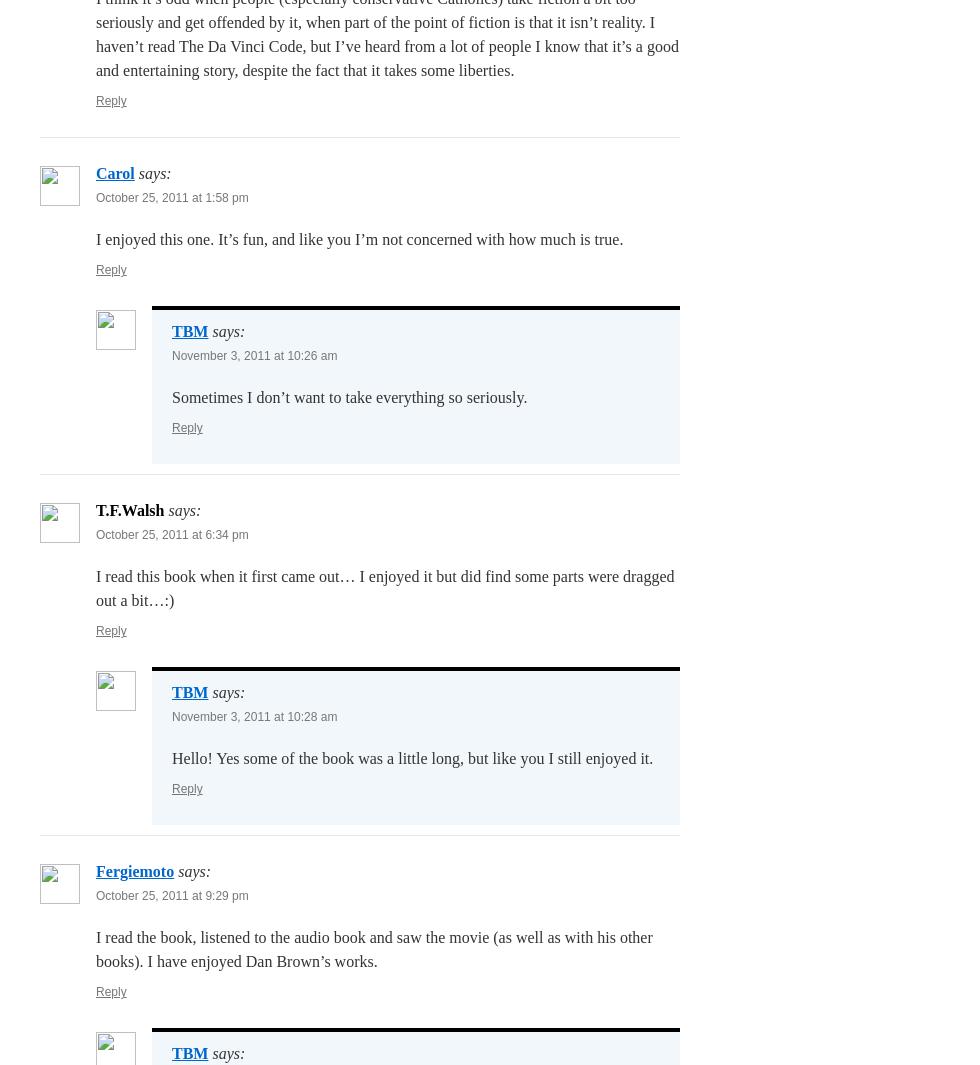  Describe the element at coordinates (171, 355) in the screenshot. I see `'November 3, 2011 at 10:26 am'` at that location.